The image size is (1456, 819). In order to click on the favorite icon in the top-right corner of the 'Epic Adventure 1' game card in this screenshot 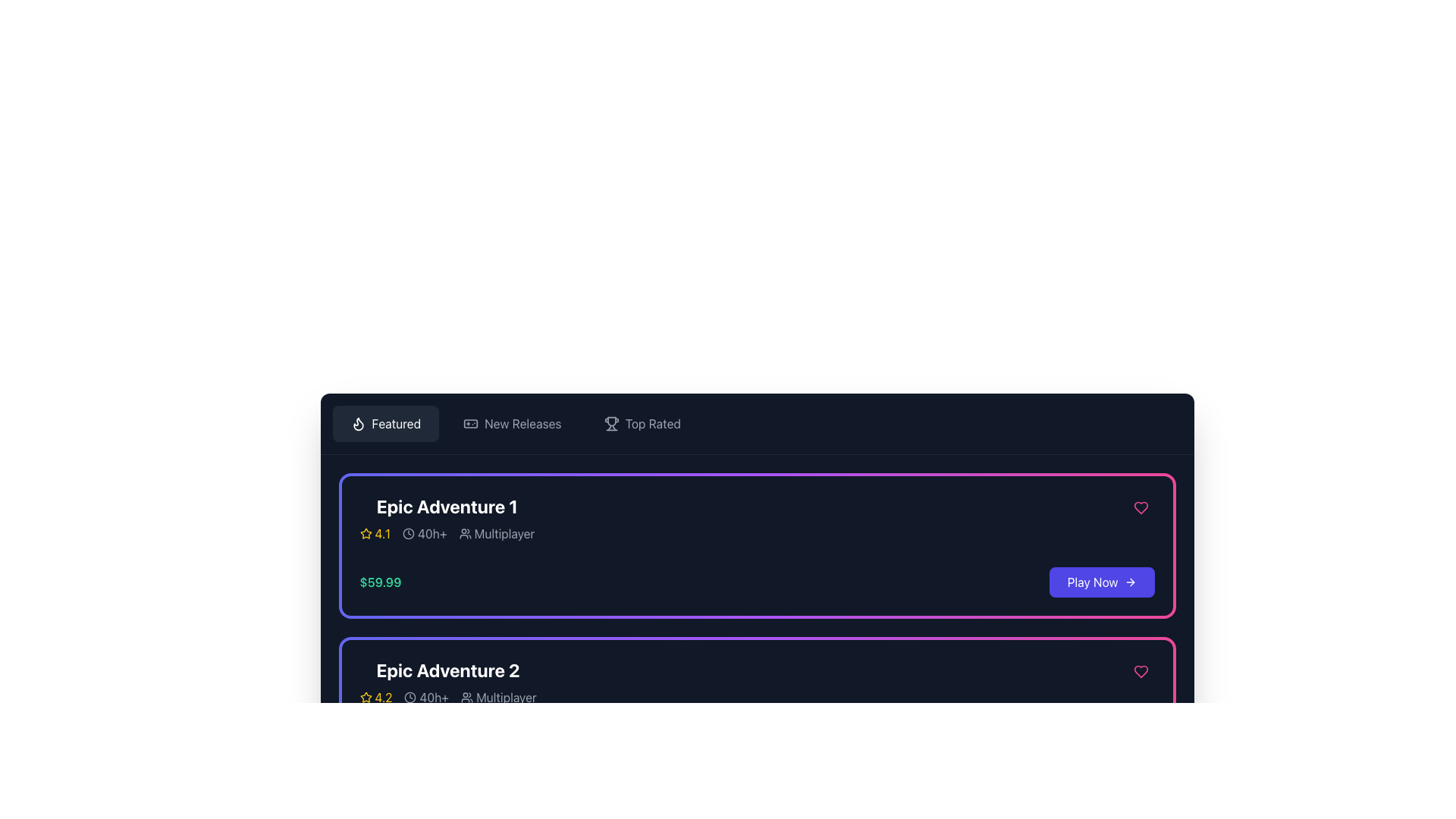, I will do `click(1141, 508)`.